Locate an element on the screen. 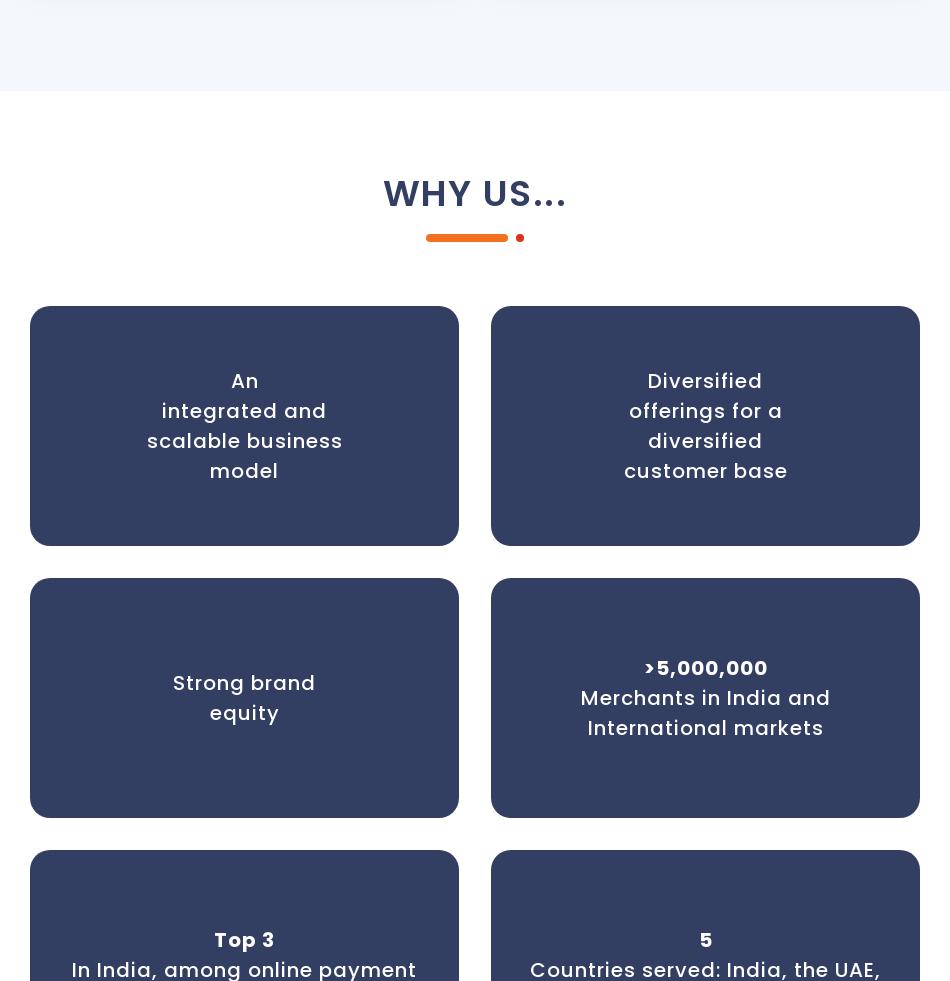 The height and width of the screenshot is (981, 950). 'customer base' is located at coordinates (623, 469).